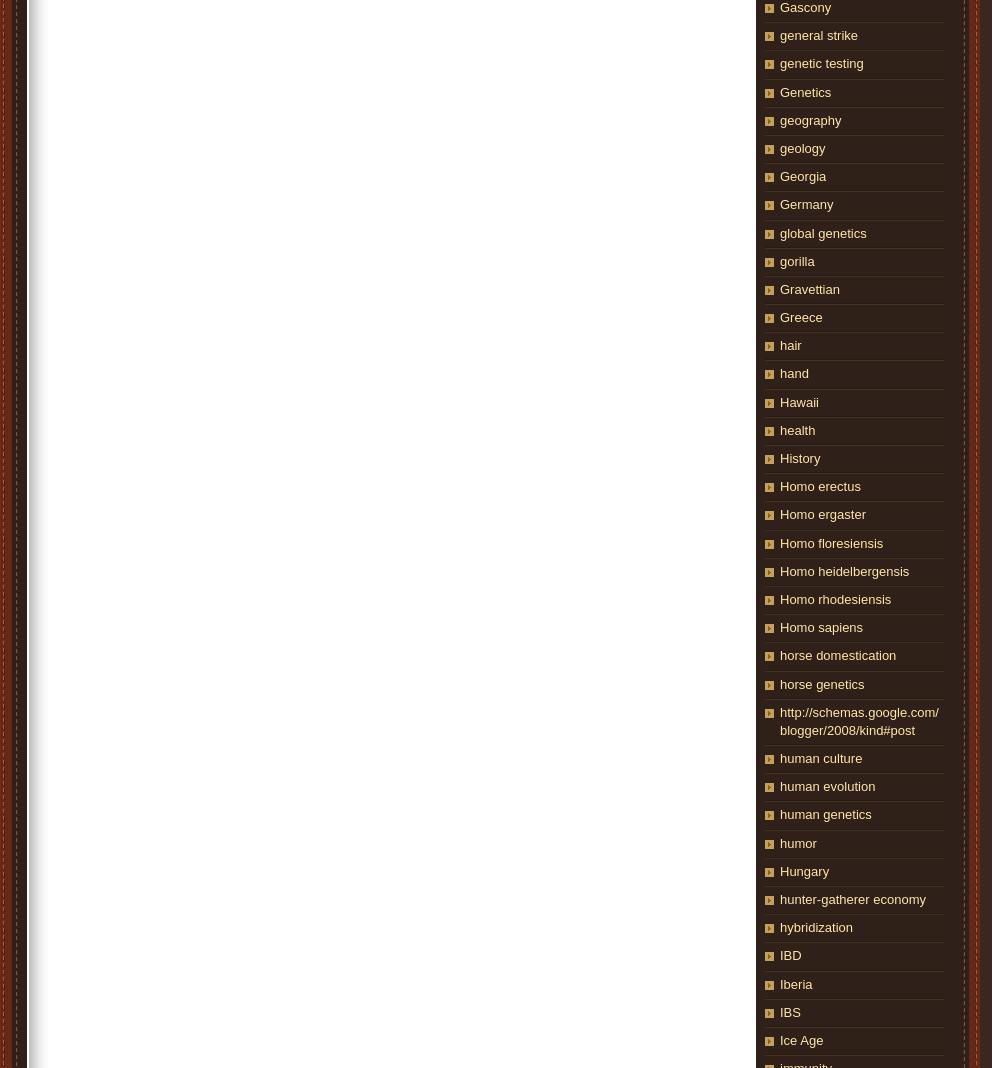  I want to click on 'global genetics', so click(822, 232).